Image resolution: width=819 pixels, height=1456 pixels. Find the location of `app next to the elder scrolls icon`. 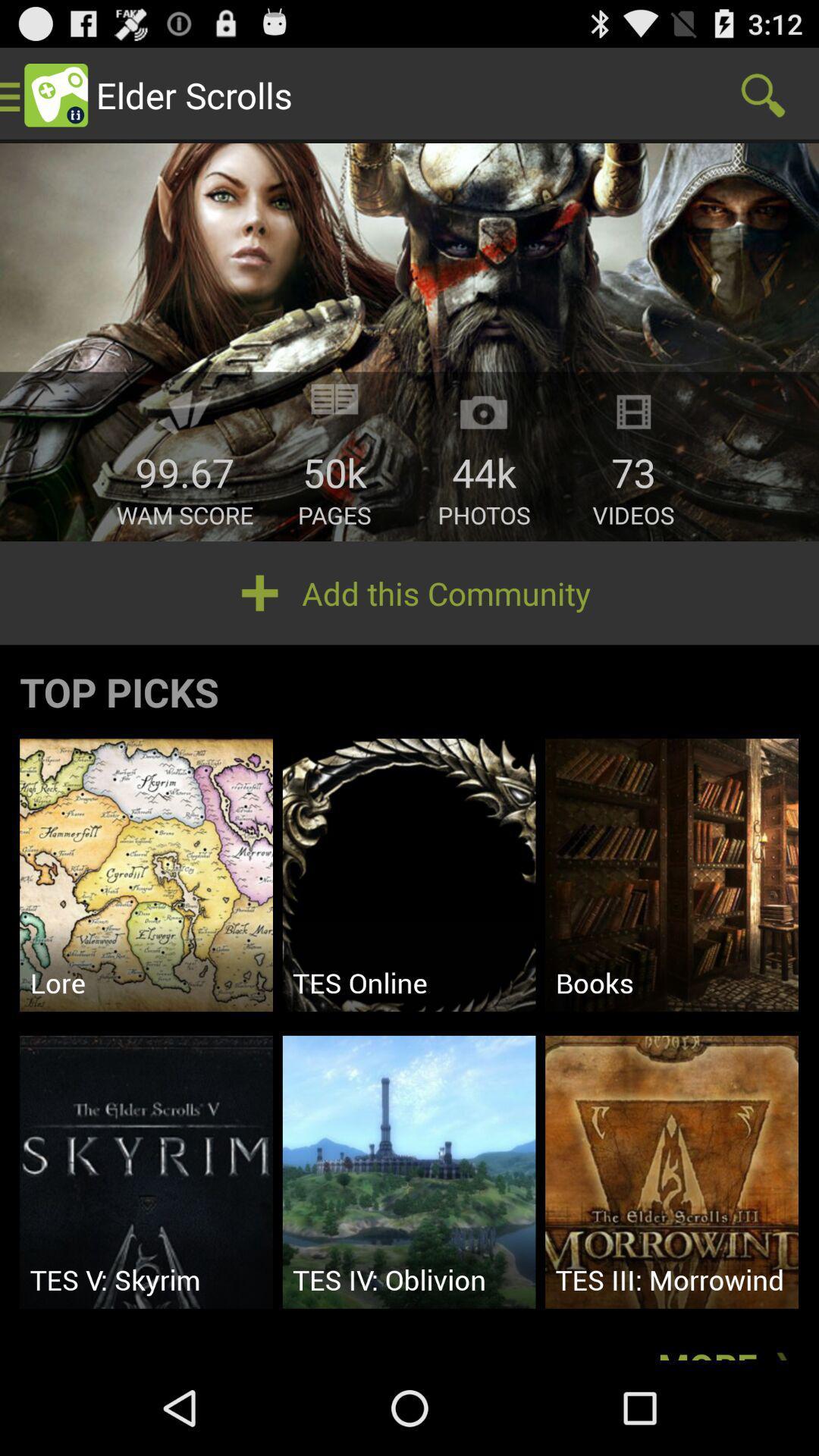

app next to the elder scrolls icon is located at coordinates (763, 94).